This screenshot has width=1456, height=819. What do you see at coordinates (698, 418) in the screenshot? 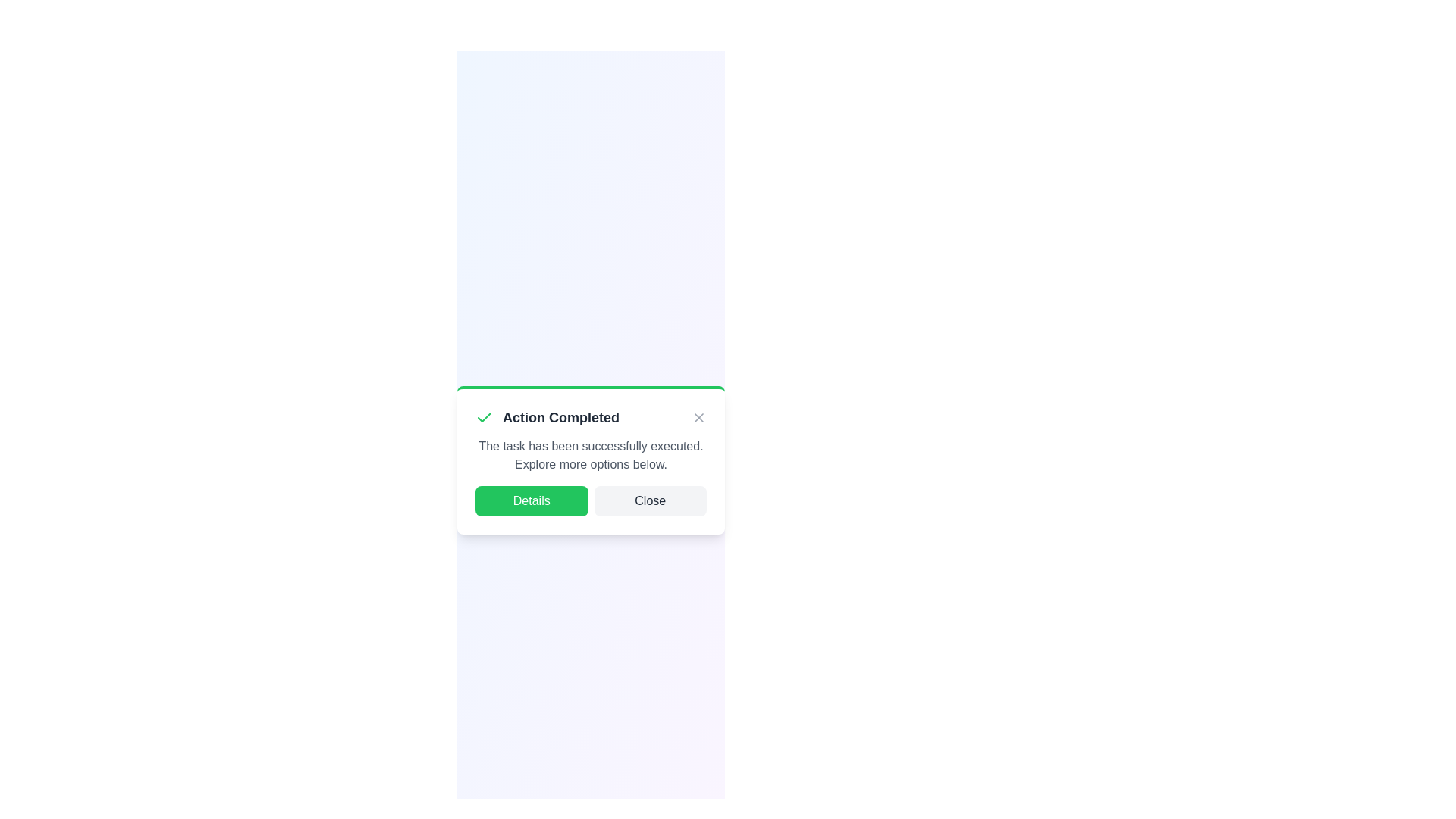
I see `the close button to dismiss the alert` at bounding box center [698, 418].